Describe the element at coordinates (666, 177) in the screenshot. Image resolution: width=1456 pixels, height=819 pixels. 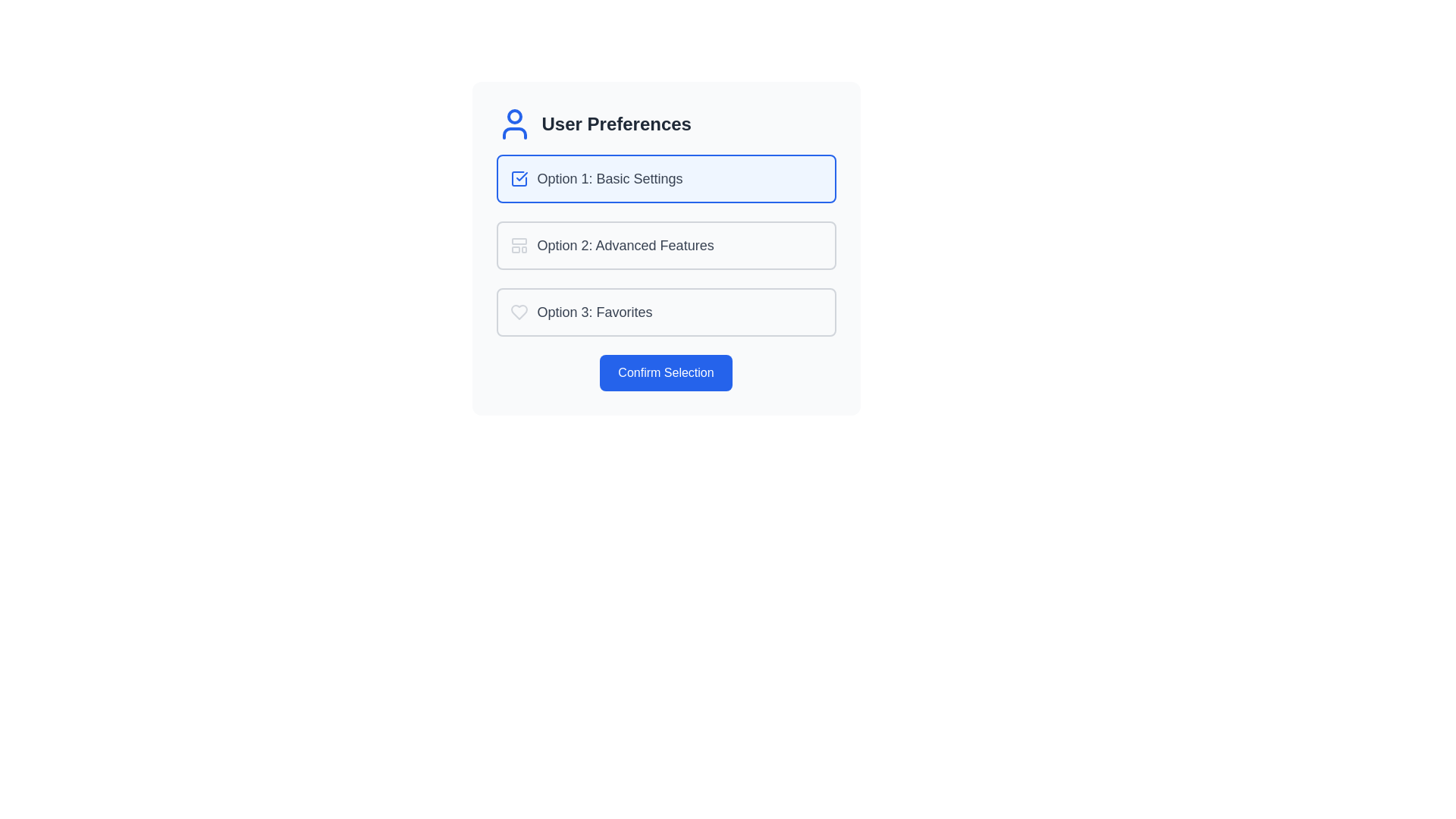
I see `the first selectable list item with a light blue background and checkmark icon` at that location.